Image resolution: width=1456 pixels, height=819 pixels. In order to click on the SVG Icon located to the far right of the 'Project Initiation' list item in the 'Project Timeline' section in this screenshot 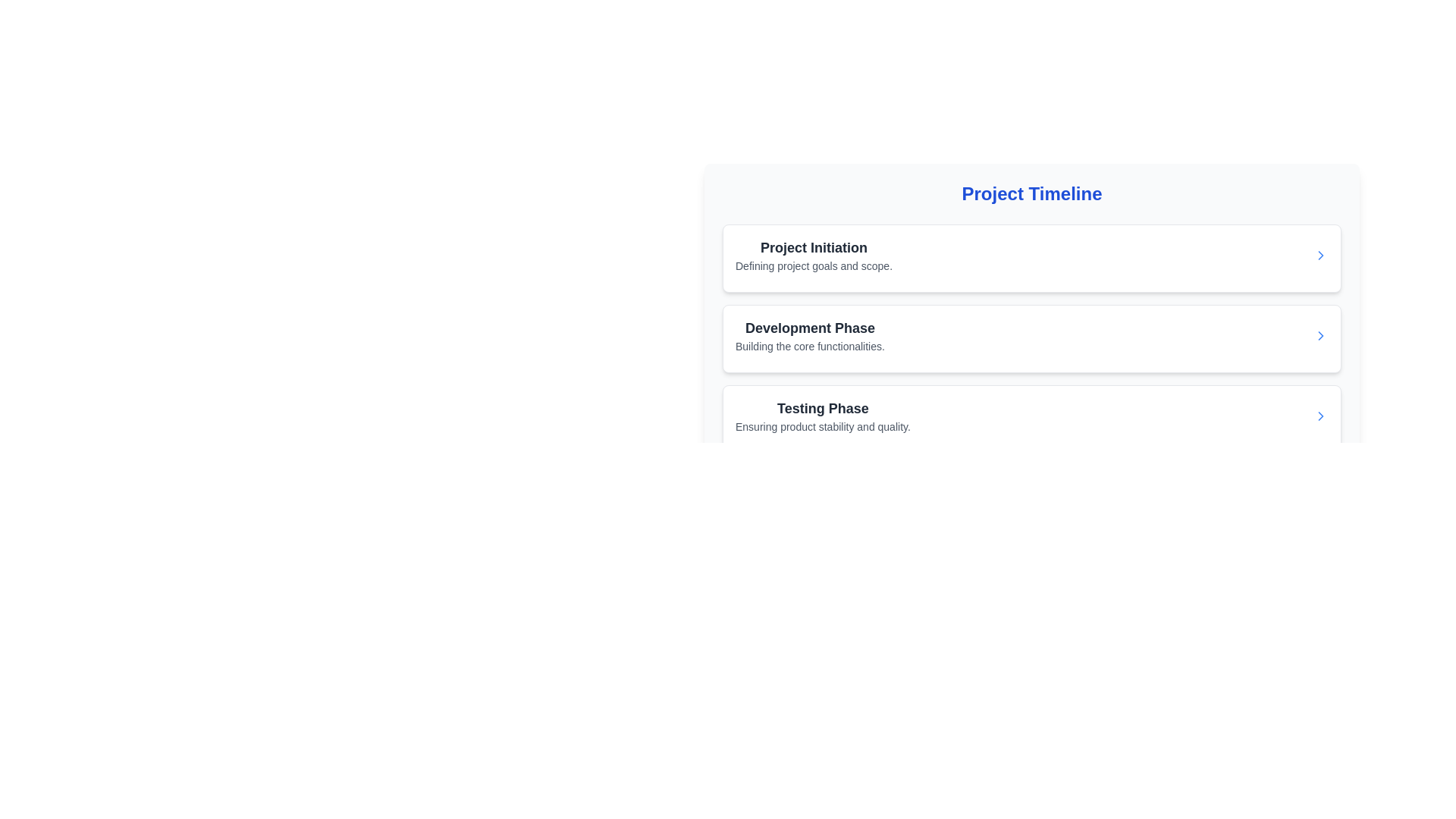, I will do `click(1320, 254)`.